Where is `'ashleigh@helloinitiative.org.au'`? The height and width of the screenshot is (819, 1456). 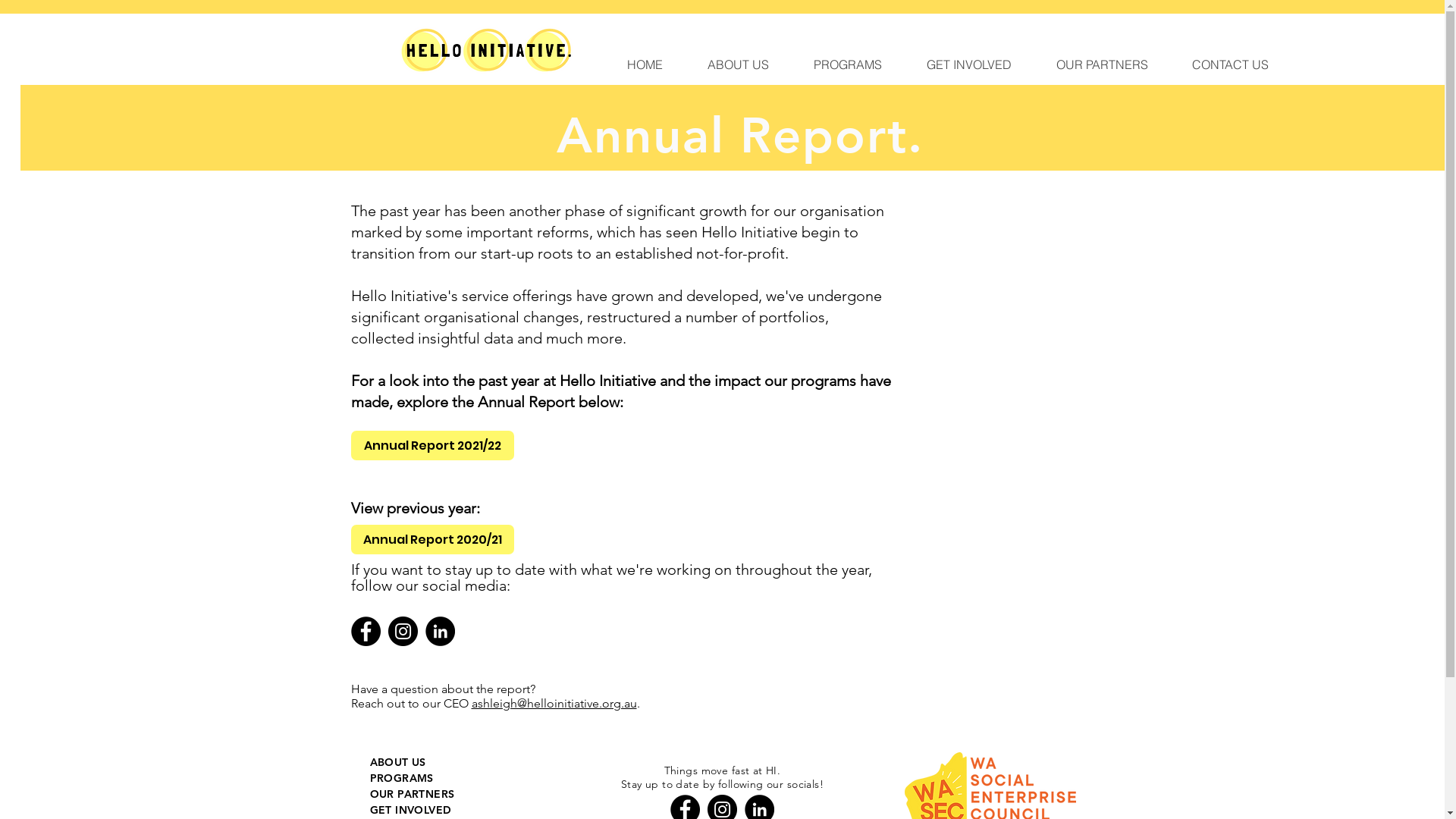
'ashleigh@helloinitiative.org.au' is located at coordinates (471, 703).